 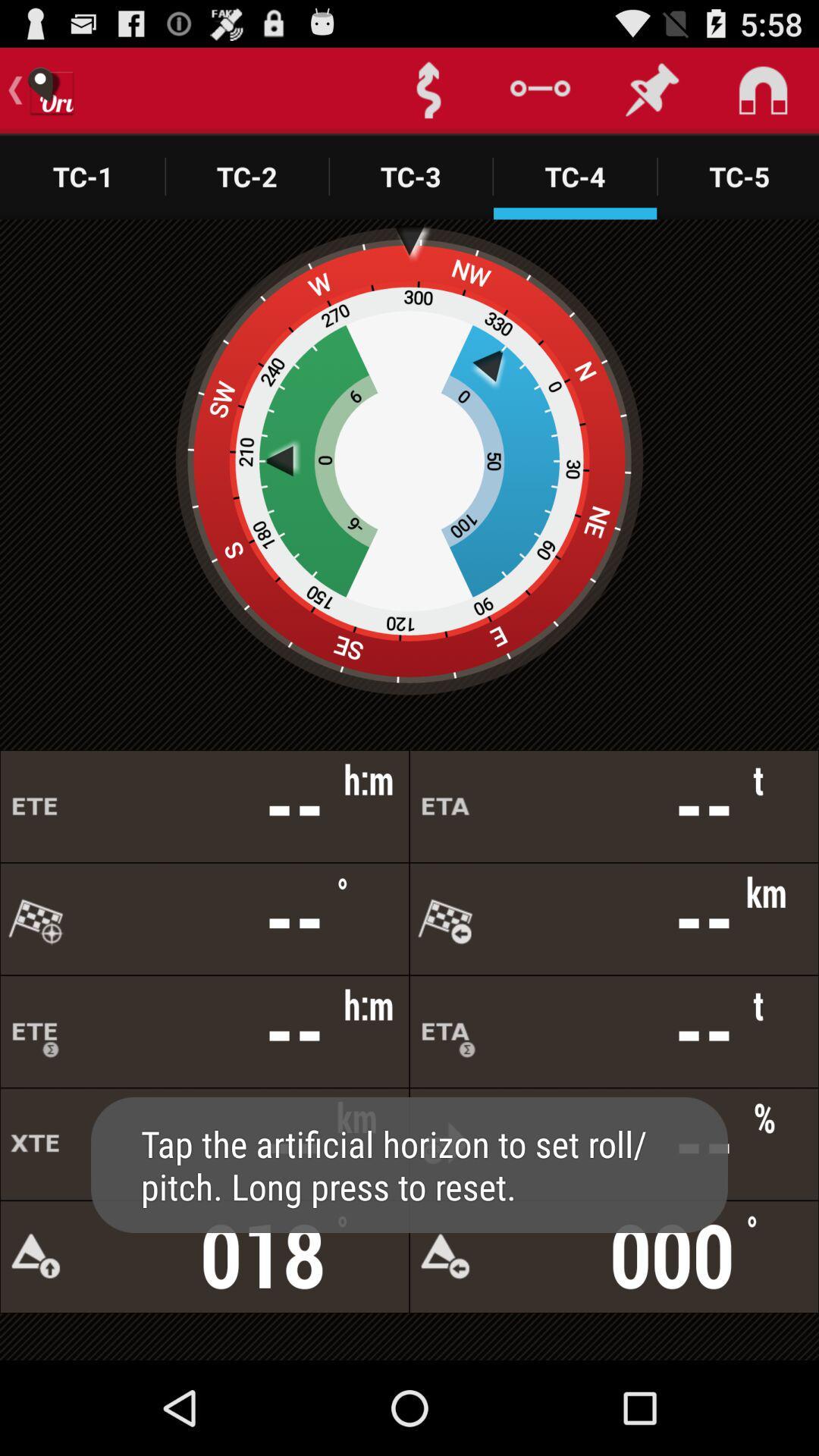 What do you see at coordinates (763, 89) in the screenshot?
I see `magnet icon` at bounding box center [763, 89].